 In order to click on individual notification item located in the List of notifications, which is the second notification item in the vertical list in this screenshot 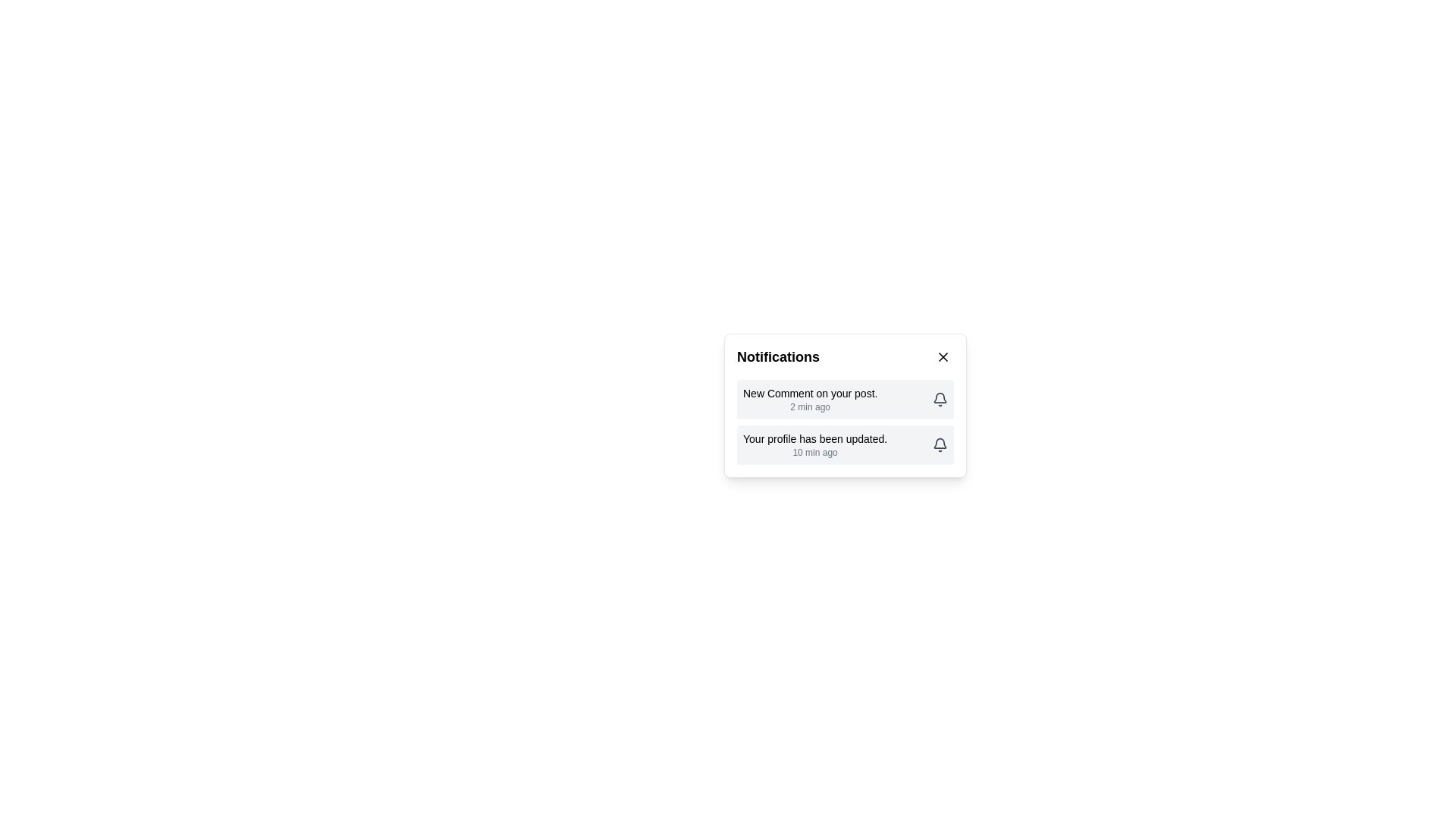, I will do `click(844, 422)`.